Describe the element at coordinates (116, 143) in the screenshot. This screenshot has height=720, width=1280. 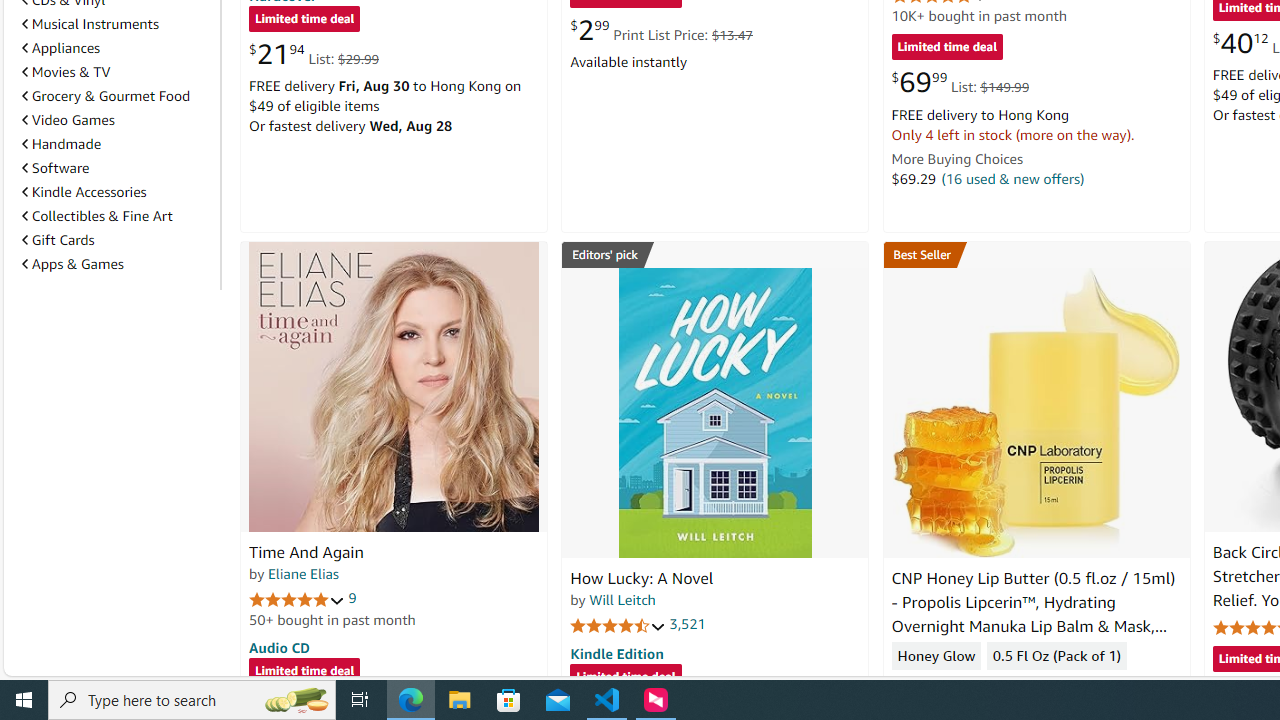
I see `'Handmade'` at that location.